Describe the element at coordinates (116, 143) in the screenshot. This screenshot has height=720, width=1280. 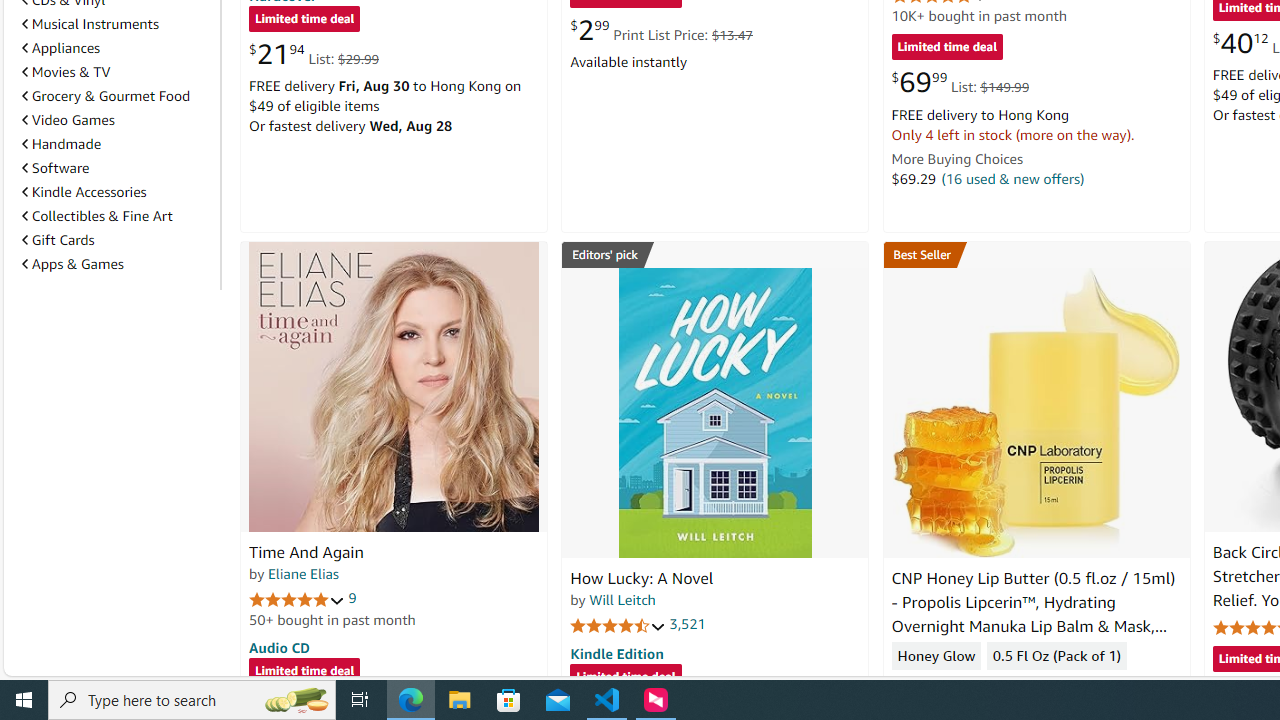
I see `'Handmade'` at that location.